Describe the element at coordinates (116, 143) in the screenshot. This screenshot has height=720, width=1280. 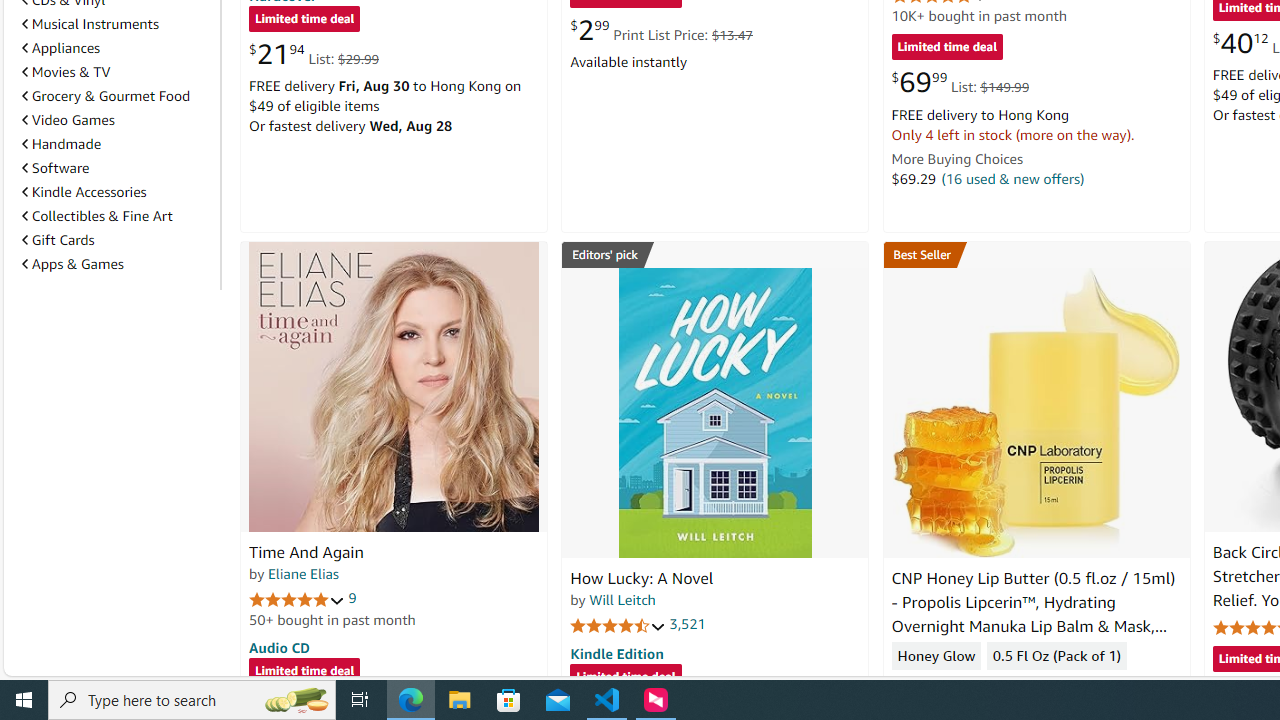
I see `'Handmade'` at that location.